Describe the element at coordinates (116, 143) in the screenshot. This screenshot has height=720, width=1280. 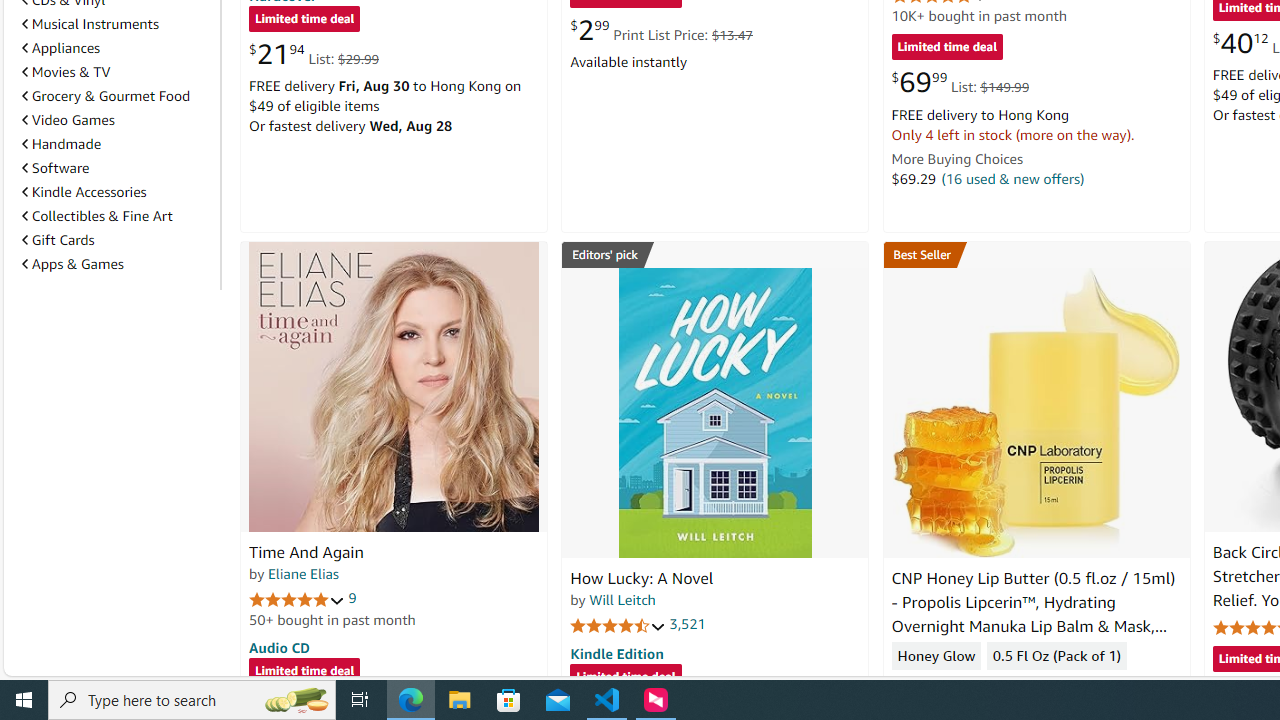
I see `'Handmade'` at that location.